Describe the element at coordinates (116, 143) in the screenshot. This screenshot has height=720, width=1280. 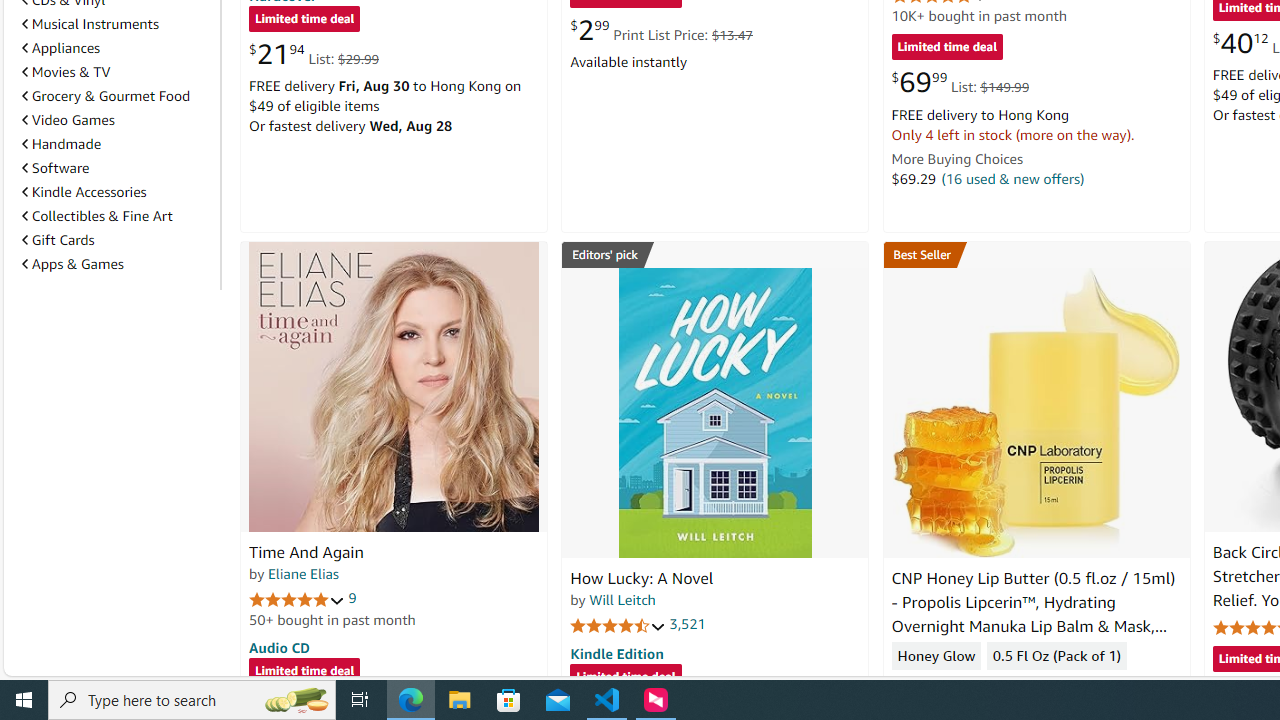
I see `'Handmade'` at that location.